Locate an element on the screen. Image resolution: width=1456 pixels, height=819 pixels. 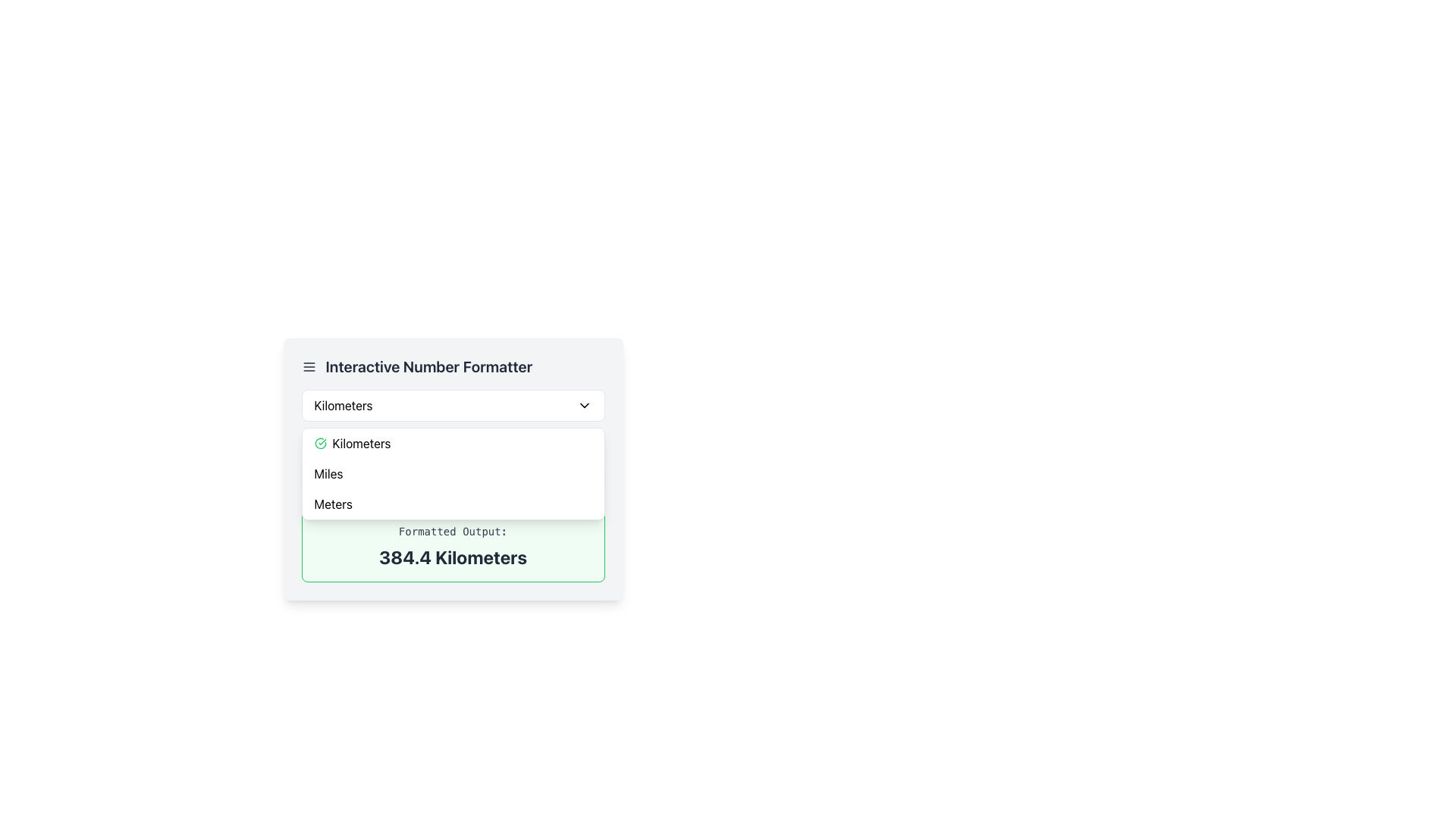
the 'Meters' text label option in the dropdown list is located at coordinates (332, 504).